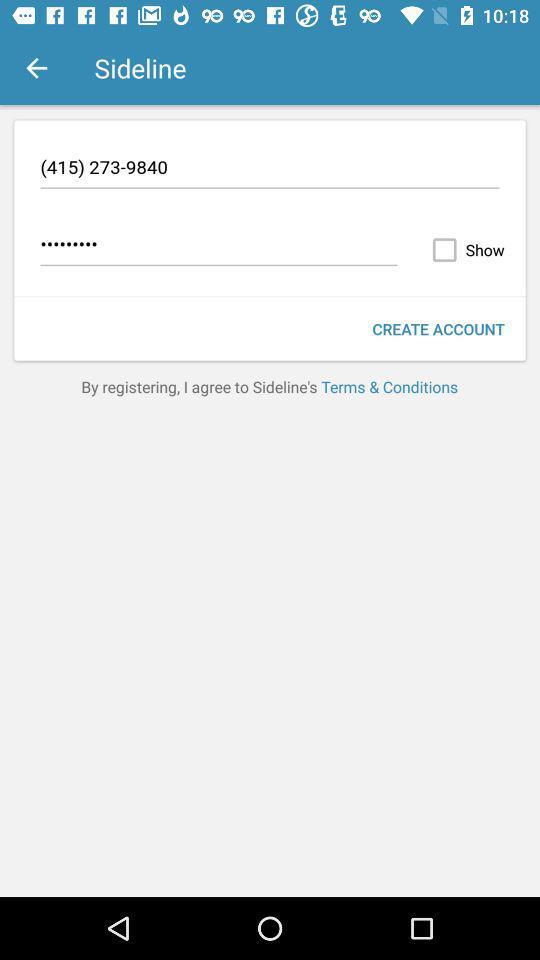 The image size is (540, 960). What do you see at coordinates (269, 385) in the screenshot?
I see `the by registering i icon` at bounding box center [269, 385].